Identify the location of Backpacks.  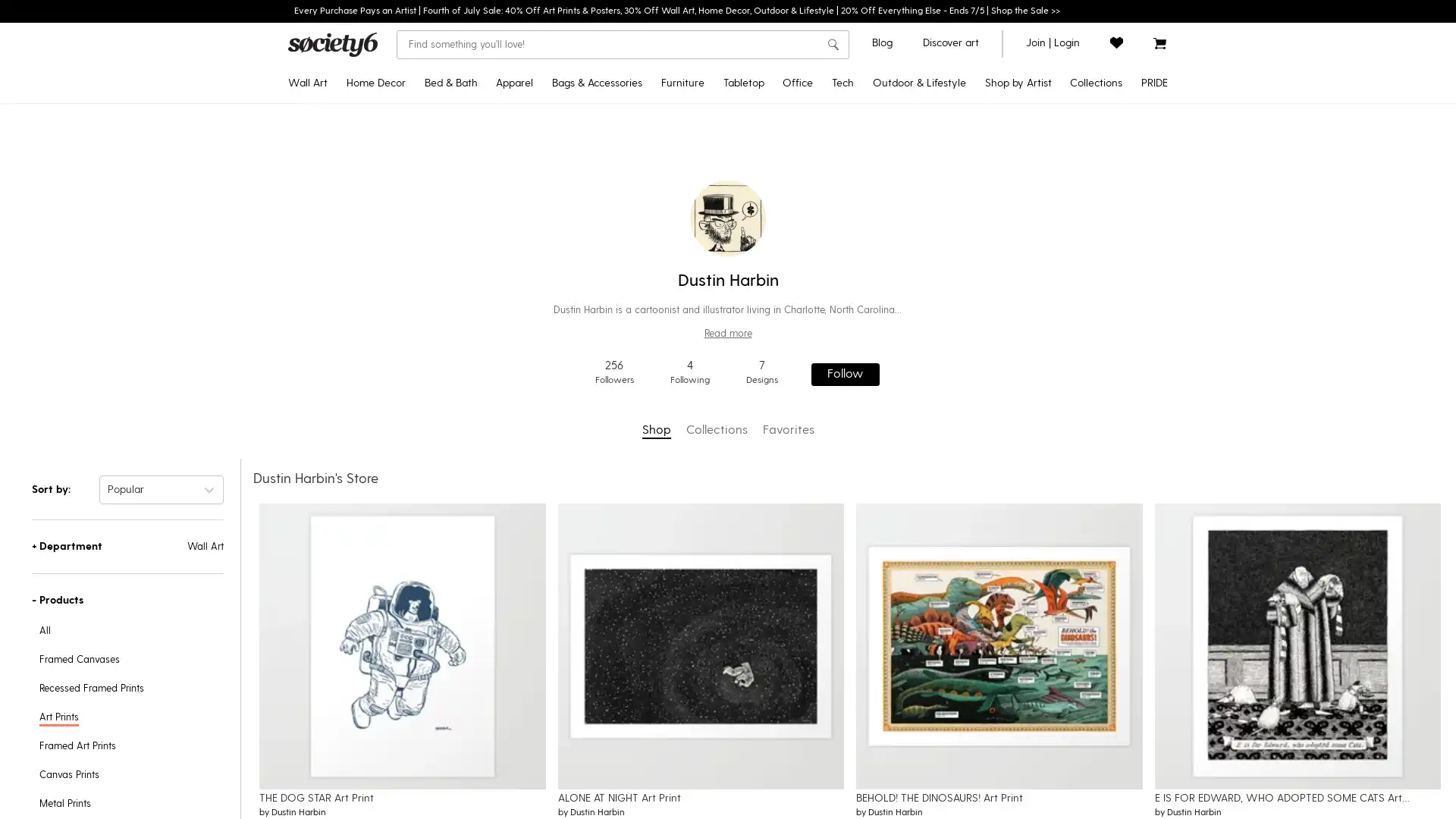
(607, 170).